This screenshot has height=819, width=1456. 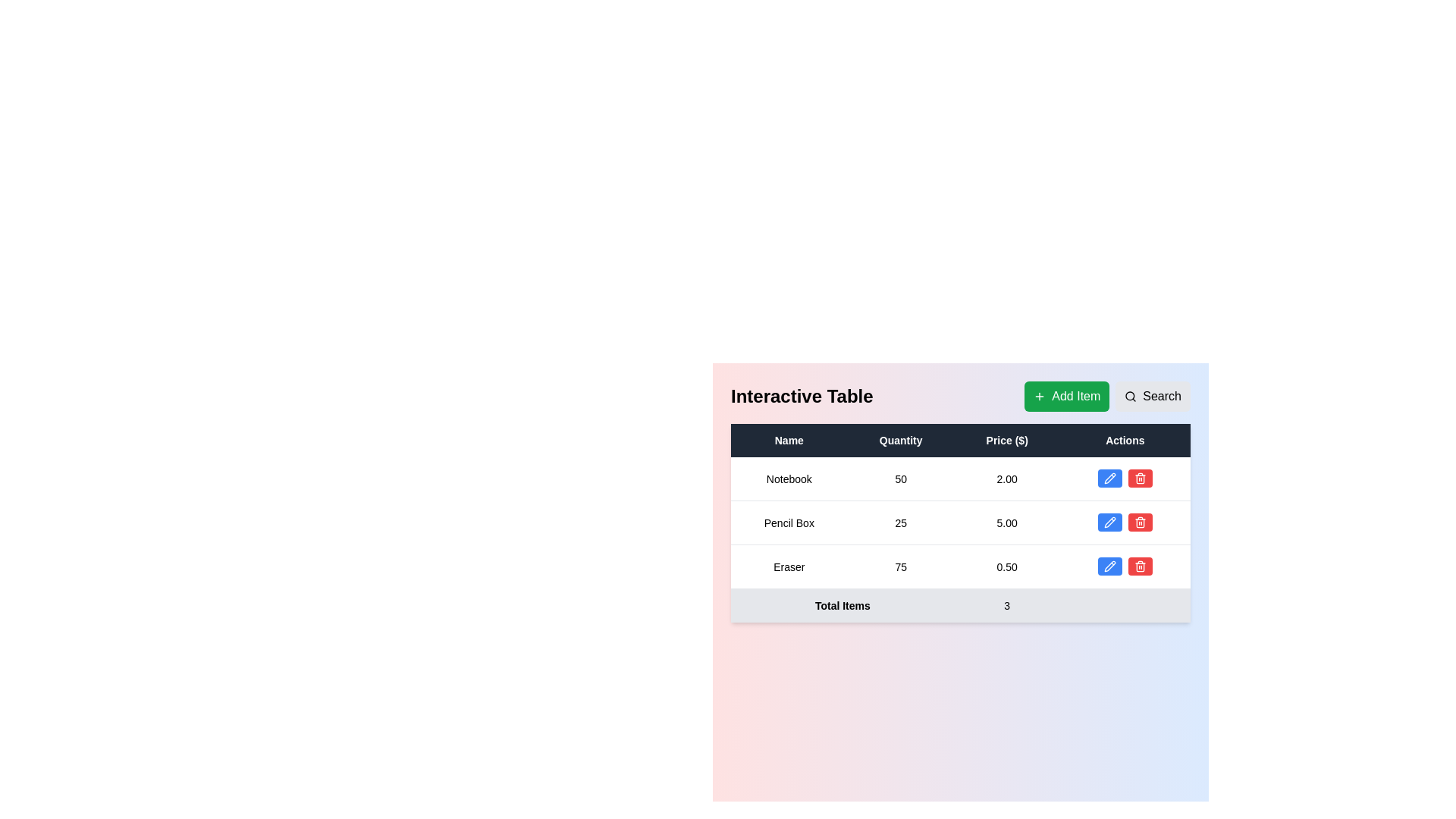 I want to click on the pencil icon in the second row of the 'Actions' column, adjacent to the 'Pencil Box' row, to initiate editing, so click(x=1109, y=479).